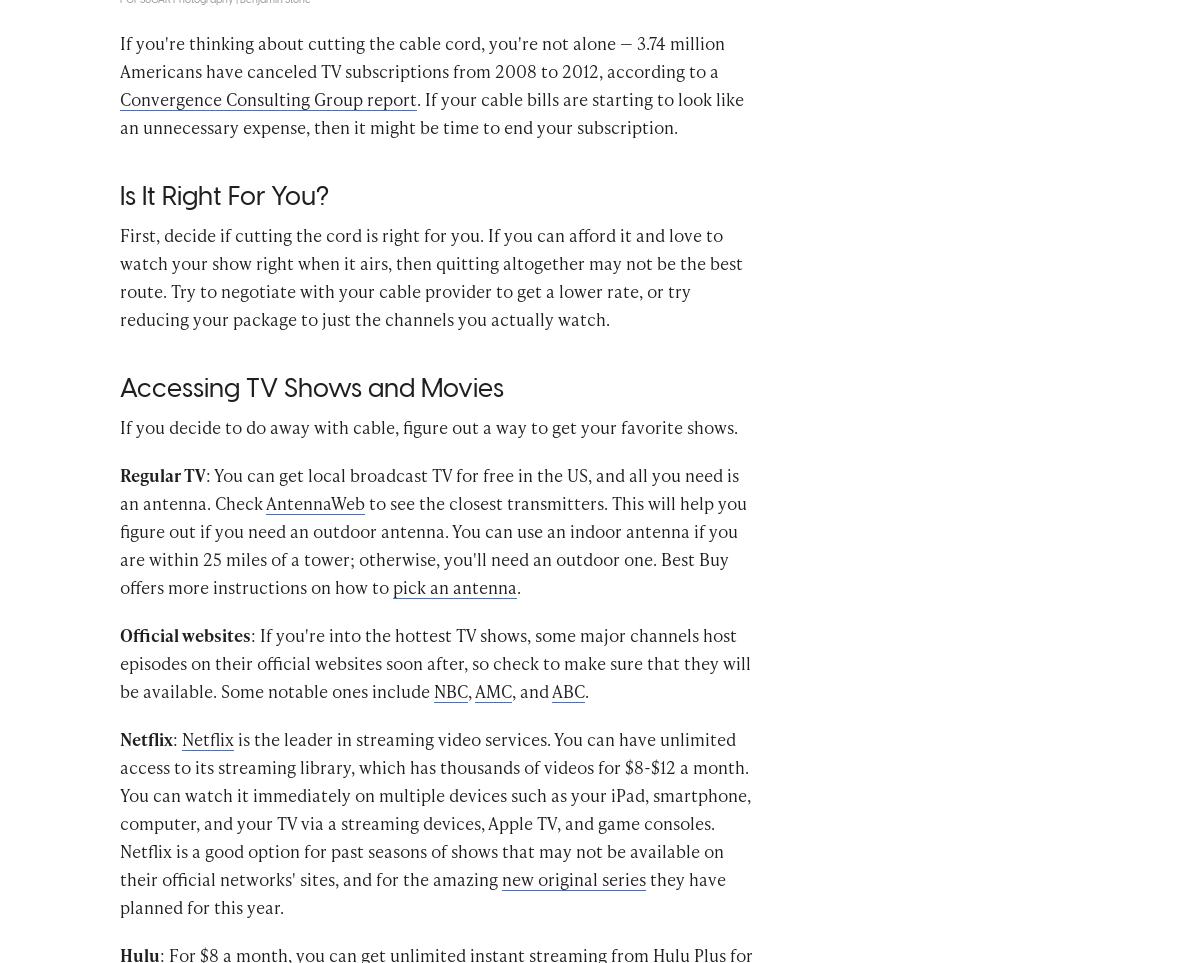 This screenshot has height=963, width=1200. I want to click on ', and', so click(511, 719).